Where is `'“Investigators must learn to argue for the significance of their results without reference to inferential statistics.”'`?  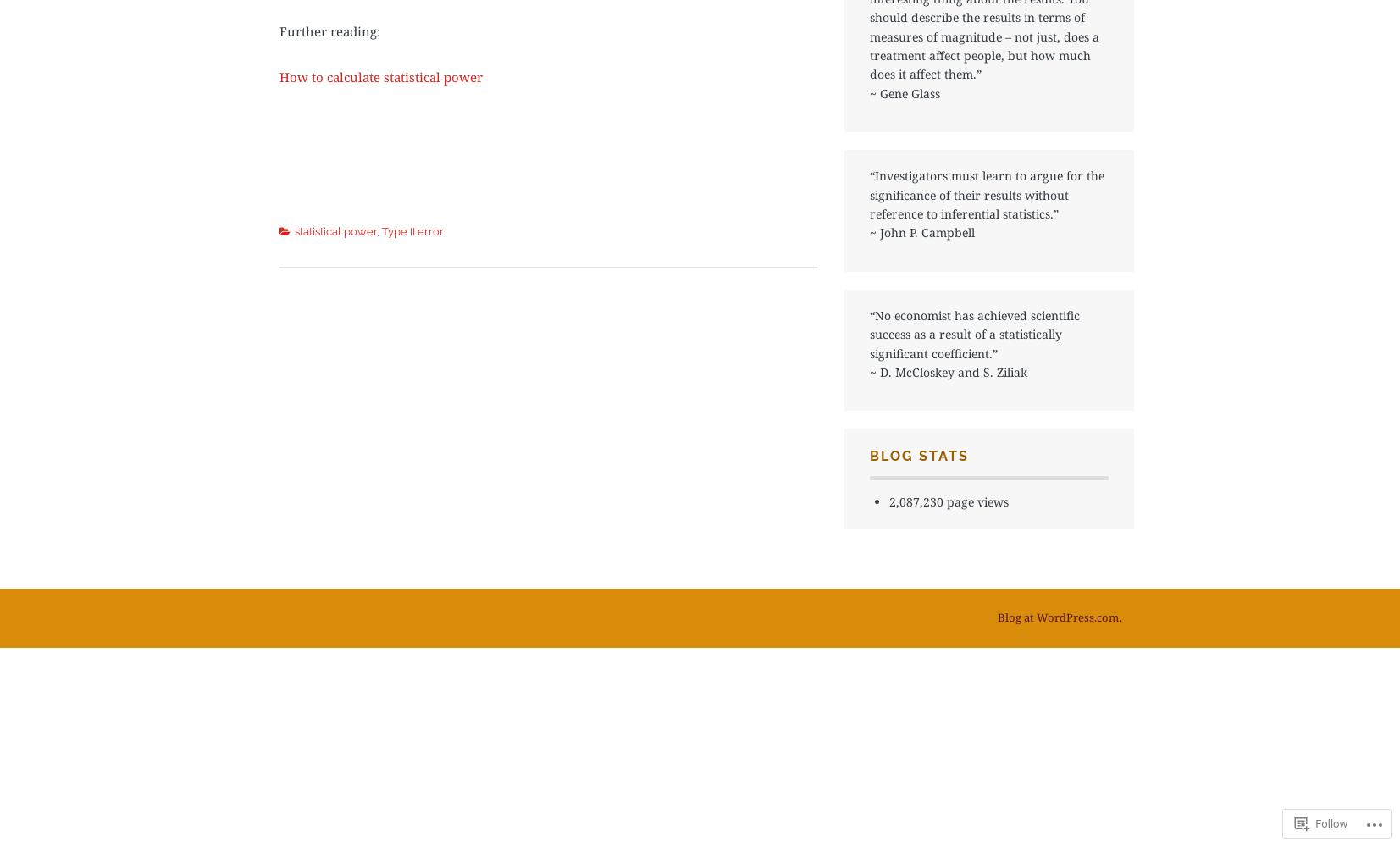
'“Investigators must learn to argue for the significance of their results without reference to inferential statistics.”' is located at coordinates (987, 194).